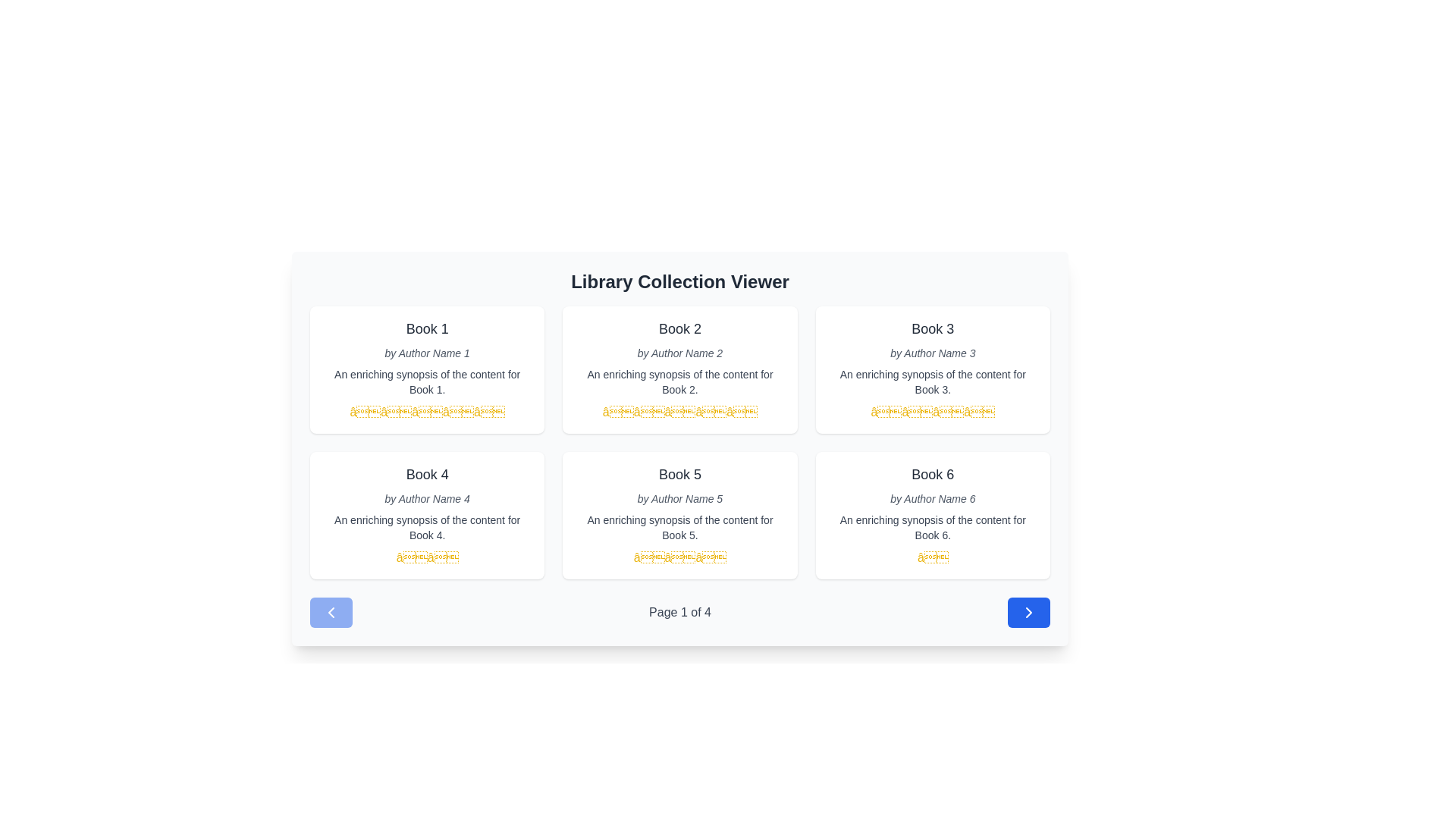 The width and height of the screenshot is (1456, 819). Describe the element at coordinates (442, 557) in the screenshot. I see `the second yellow star icon in the rating system for 'Book 4'` at that location.